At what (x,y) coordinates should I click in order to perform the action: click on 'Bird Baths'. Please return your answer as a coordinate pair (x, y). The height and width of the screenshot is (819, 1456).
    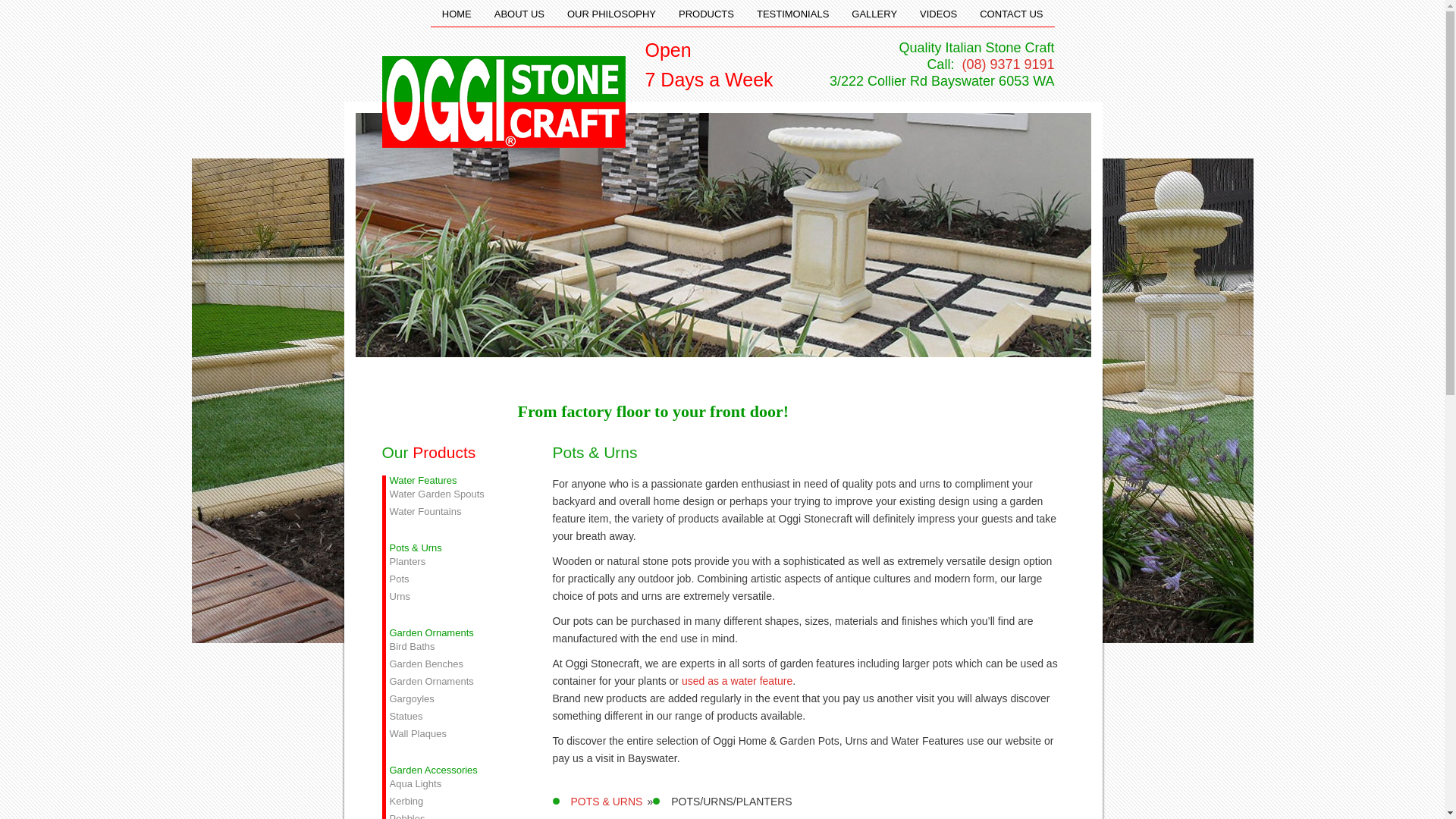
    Looking at the image, I should click on (451, 646).